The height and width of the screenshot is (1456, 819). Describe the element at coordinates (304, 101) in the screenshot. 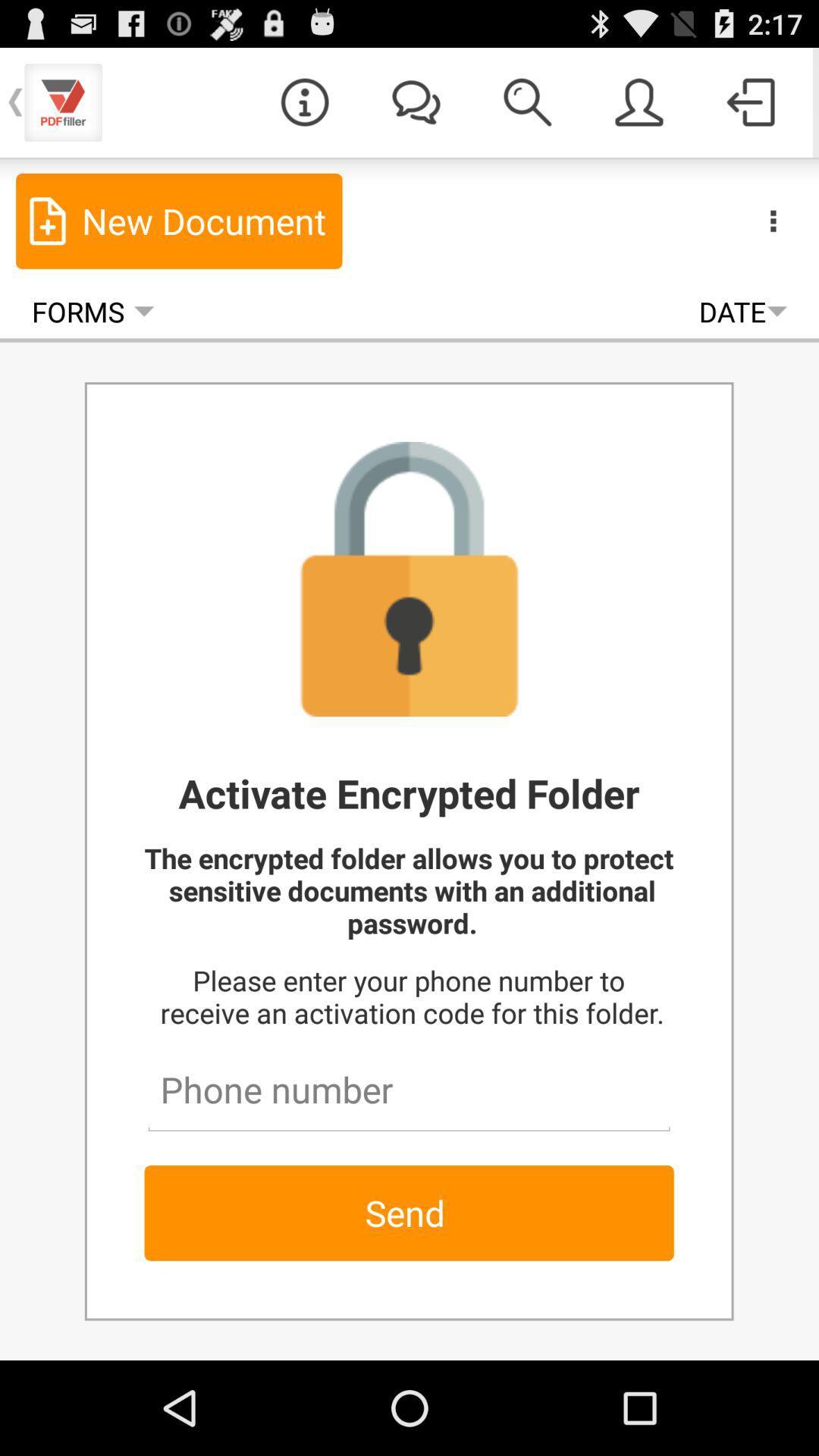

I see `item above the new document button` at that location.